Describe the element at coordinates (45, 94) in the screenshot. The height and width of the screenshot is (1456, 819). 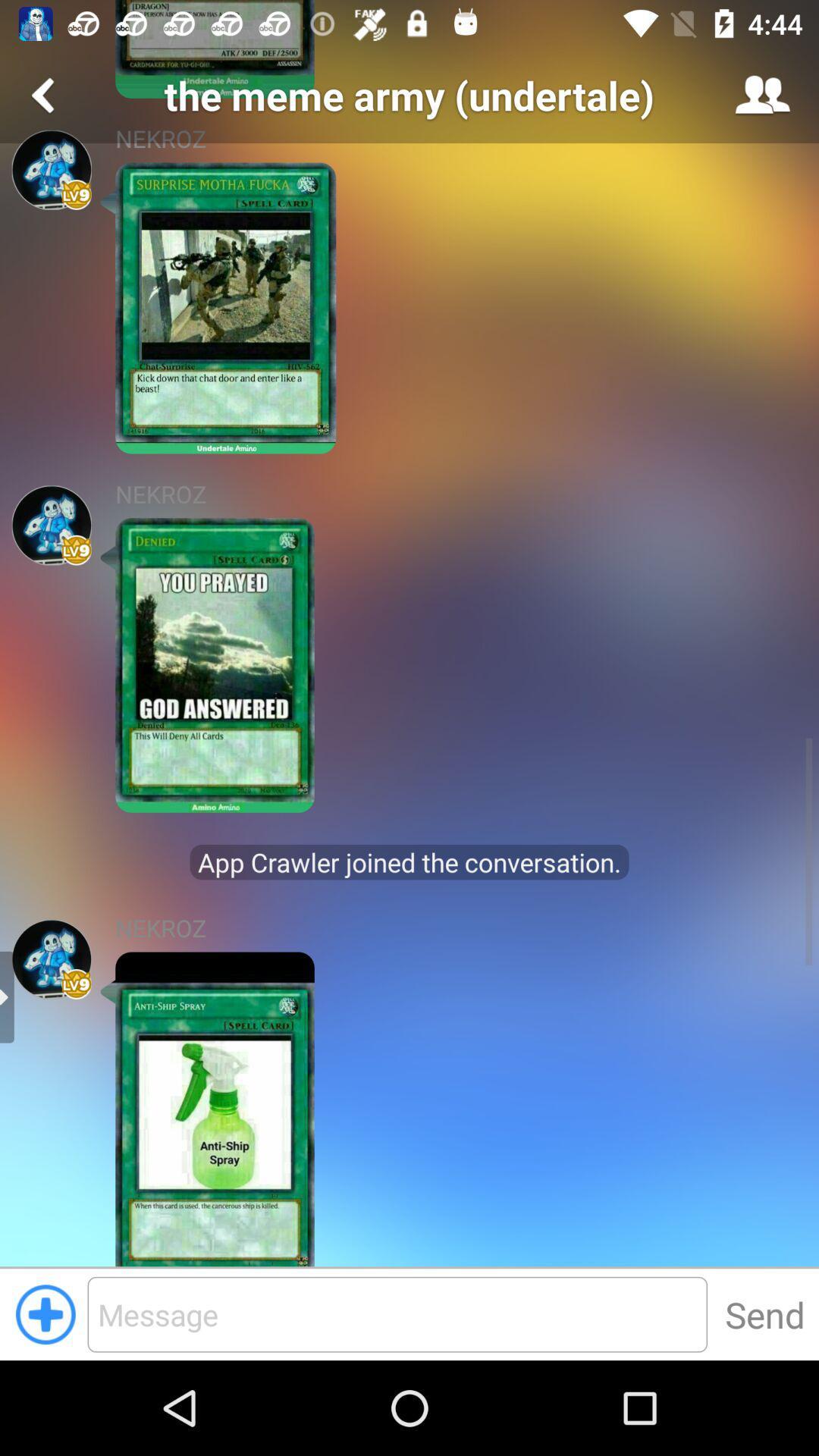
I see `menu page` at that location.